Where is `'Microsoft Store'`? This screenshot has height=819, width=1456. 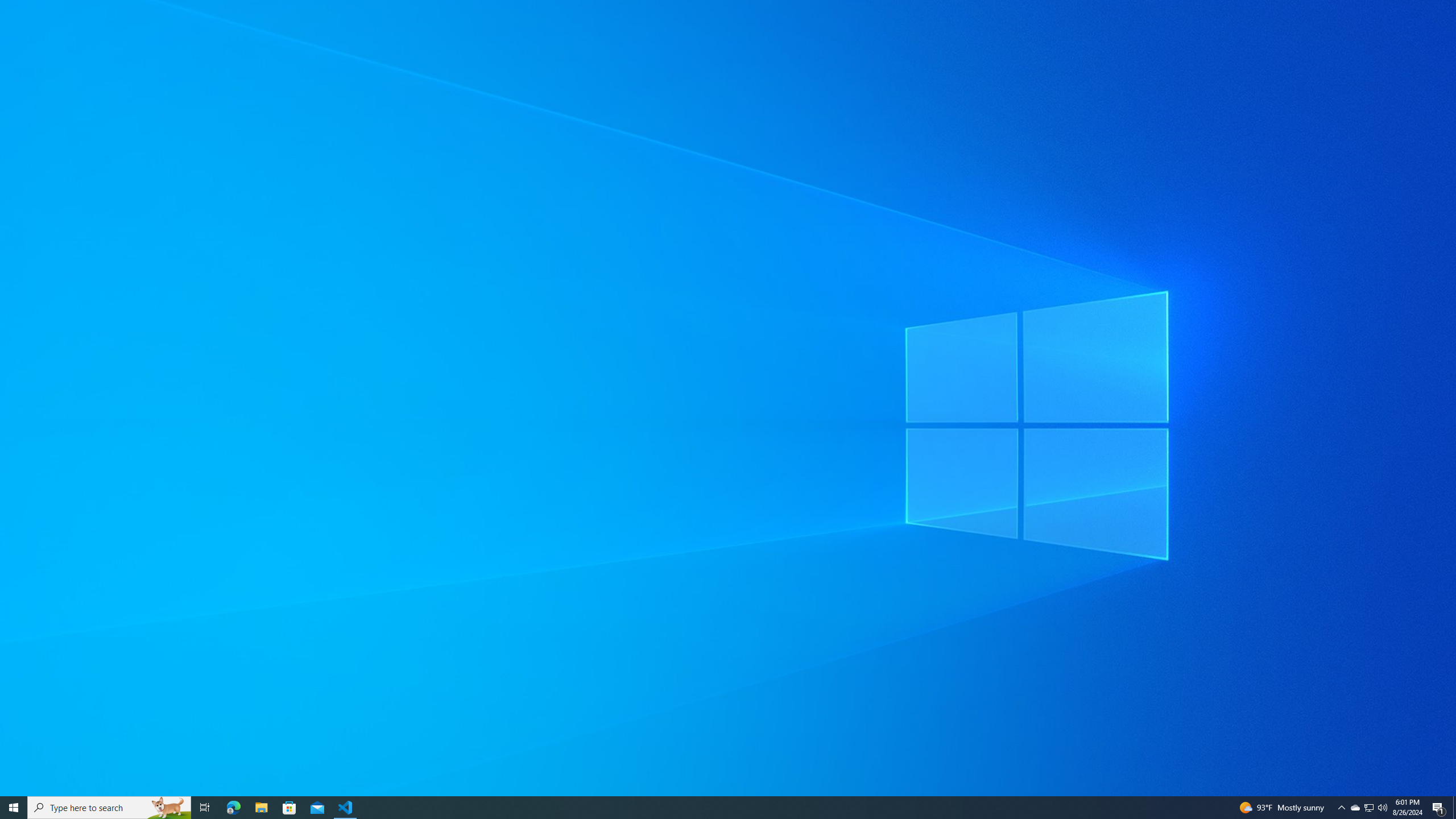
'Microsoft Store' is located at coordinates (289, 806).